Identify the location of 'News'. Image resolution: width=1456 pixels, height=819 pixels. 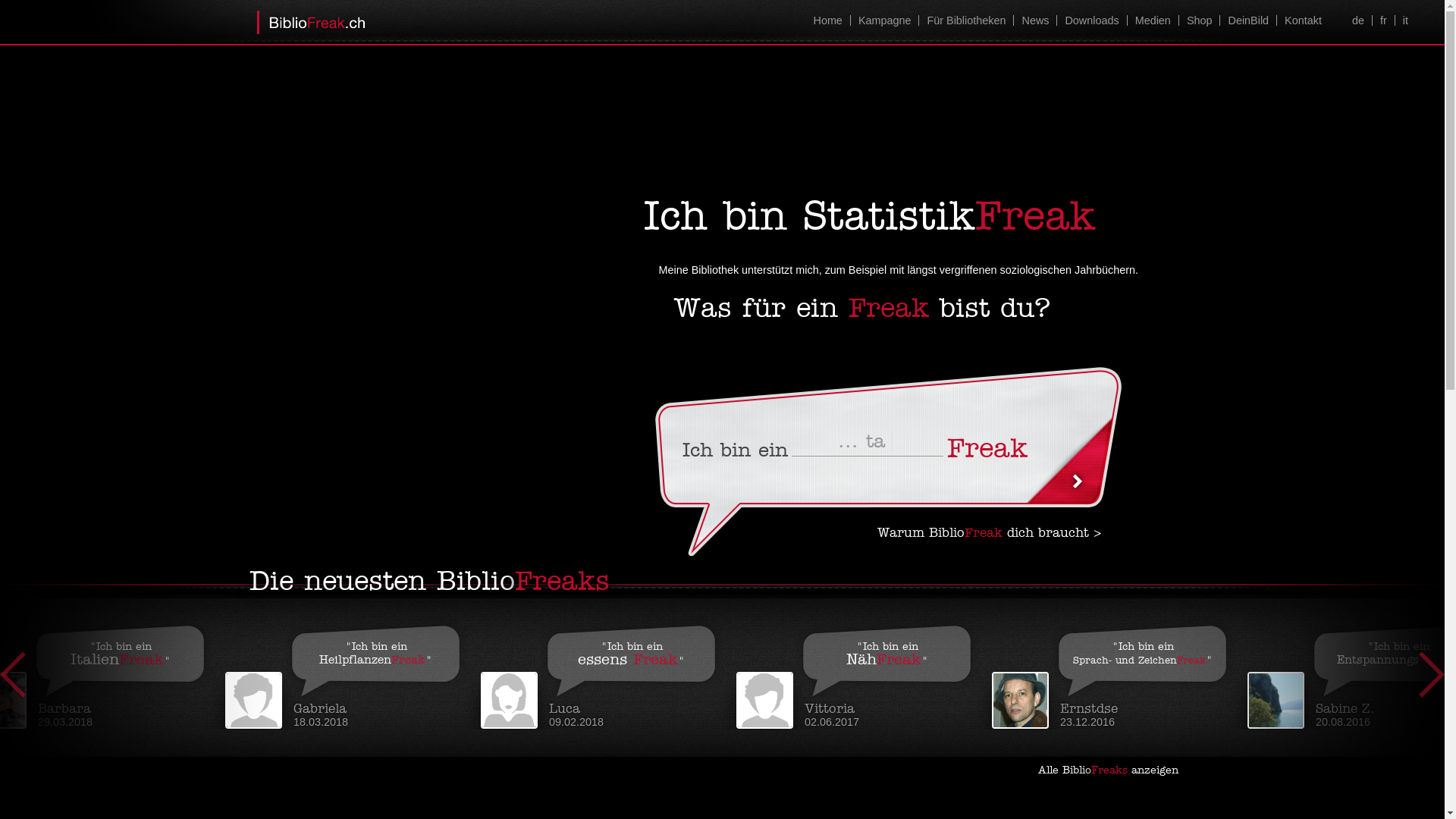
(1034, 20).